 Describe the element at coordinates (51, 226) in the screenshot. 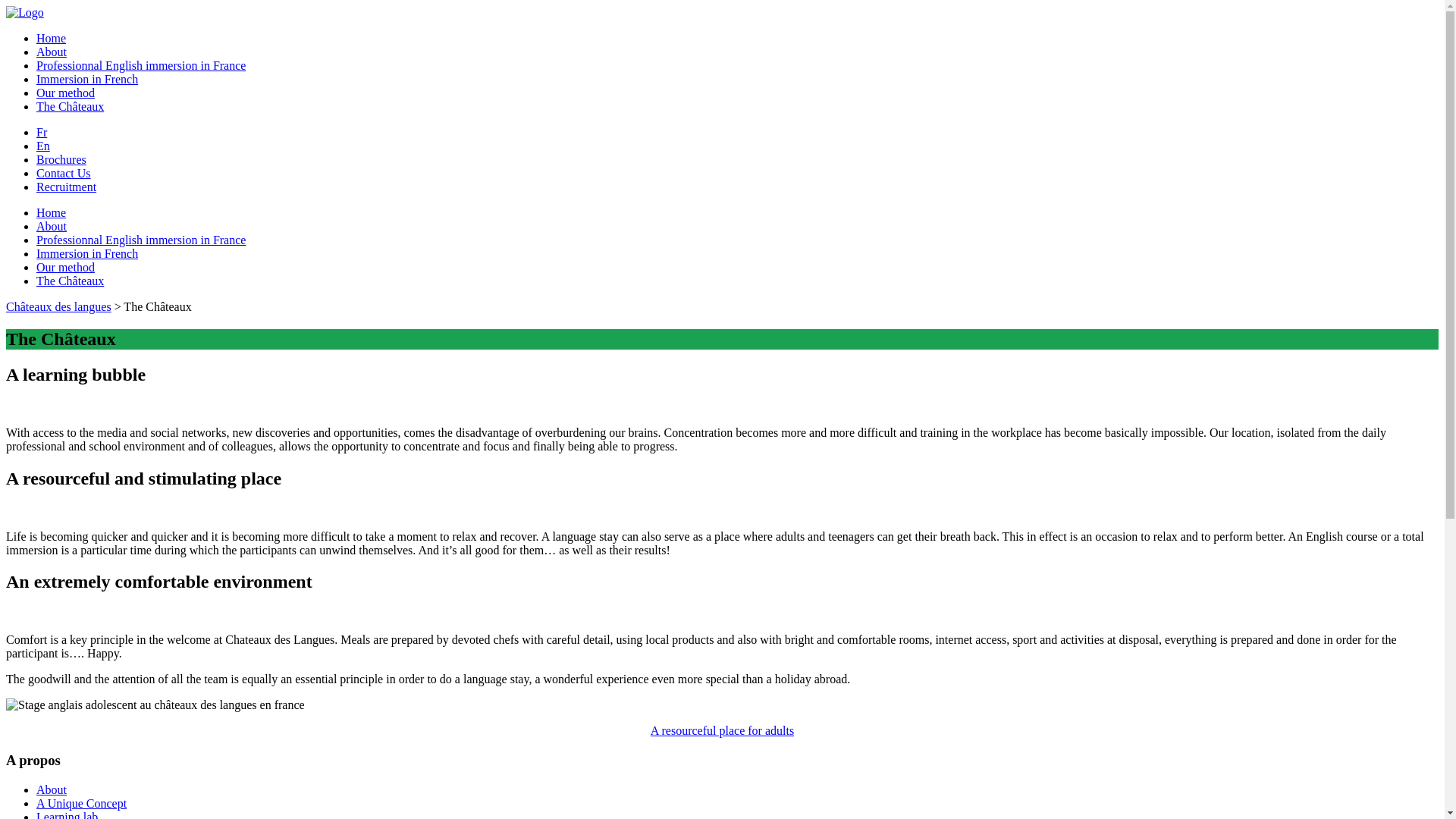

I see `'About'` at that location.